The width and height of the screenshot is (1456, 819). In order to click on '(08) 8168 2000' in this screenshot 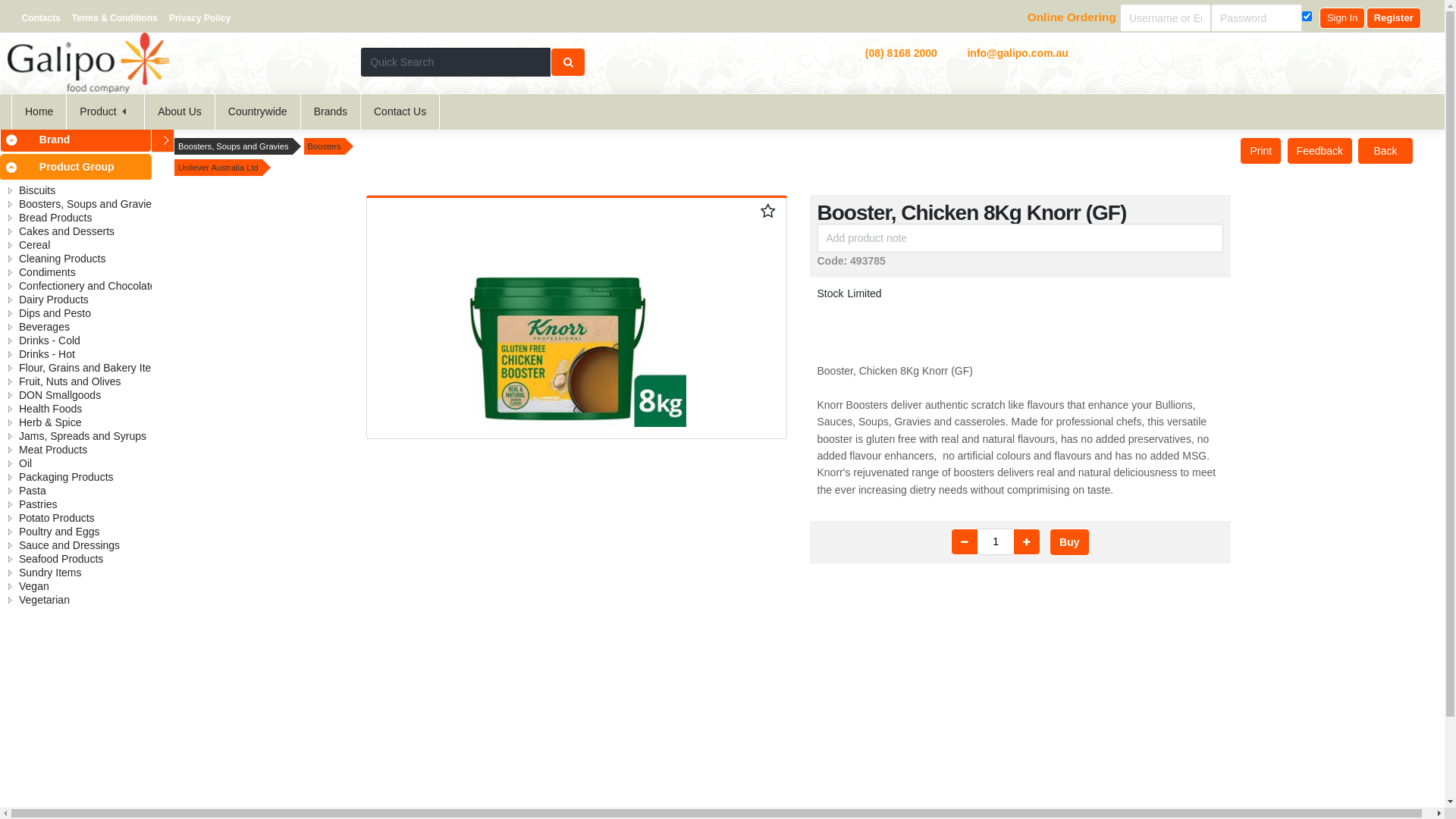, I will do `click(901, 52)`.